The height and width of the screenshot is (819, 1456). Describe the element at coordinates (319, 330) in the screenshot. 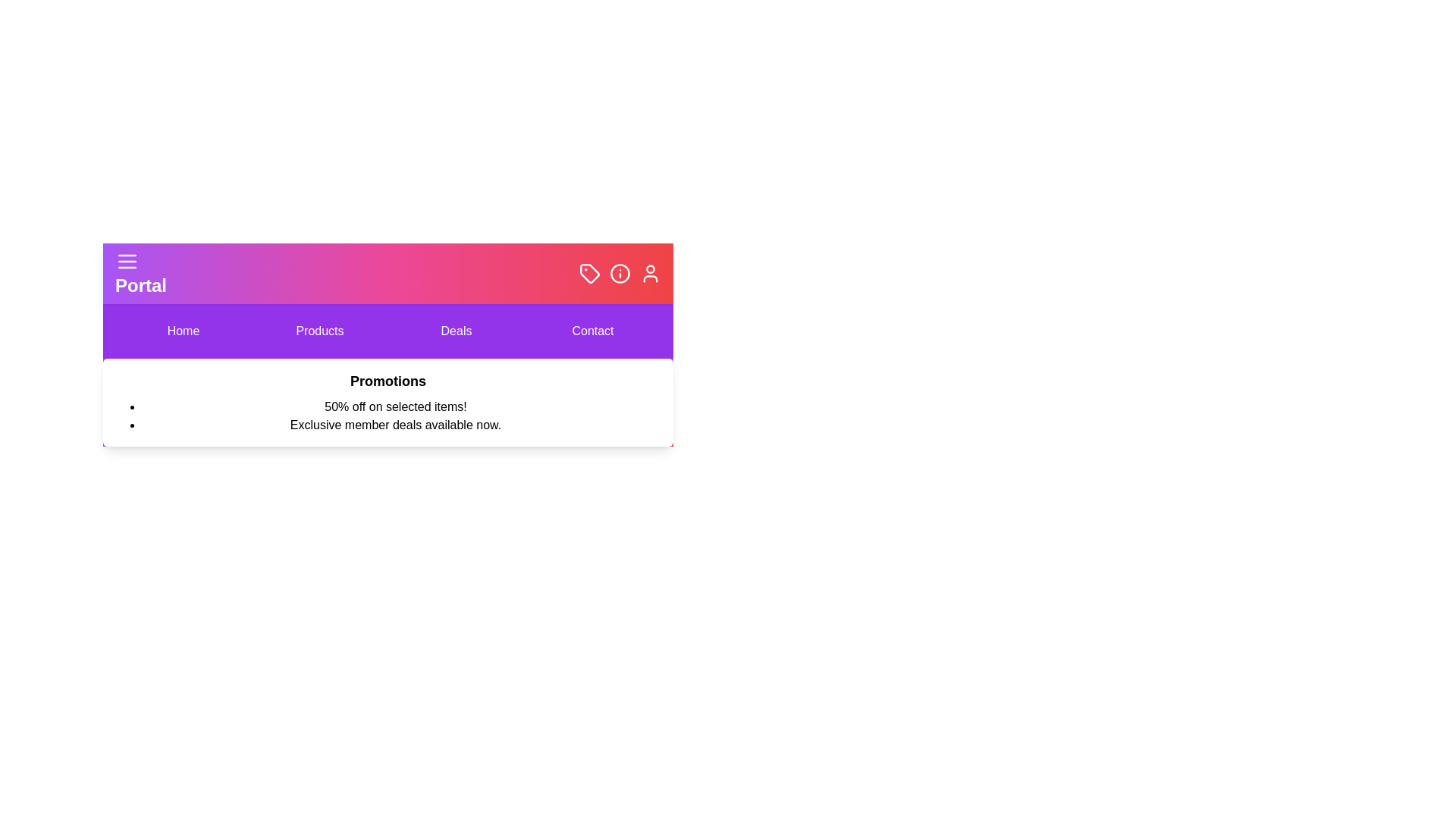

I see `the navigation item Products from the menu` at that location.